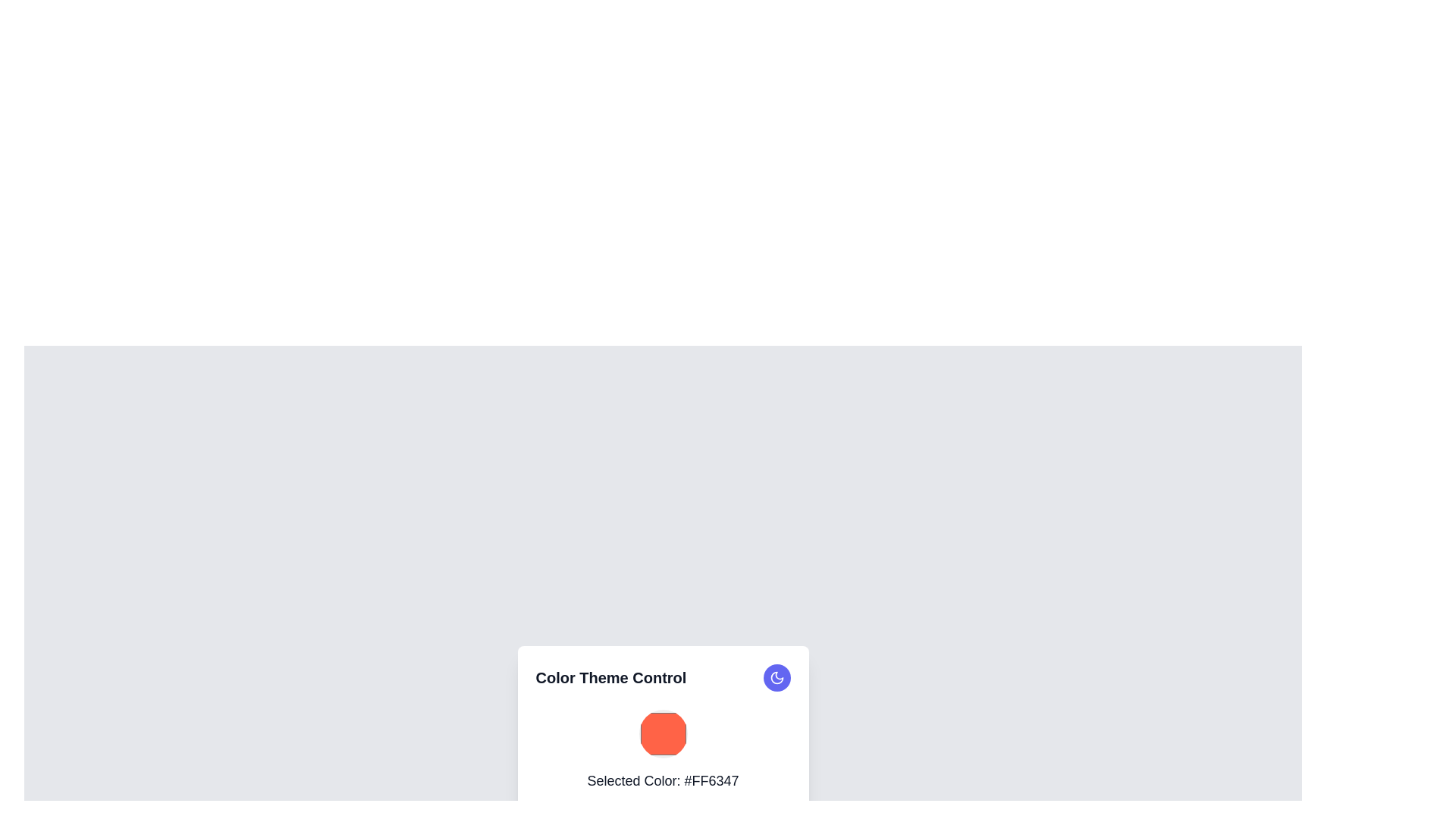  I want to click on the text label displaying 'Selected Color: #FF6347', located below the circular color preview icon and above the 'Apply Color Theme' button, so click(663, 751).